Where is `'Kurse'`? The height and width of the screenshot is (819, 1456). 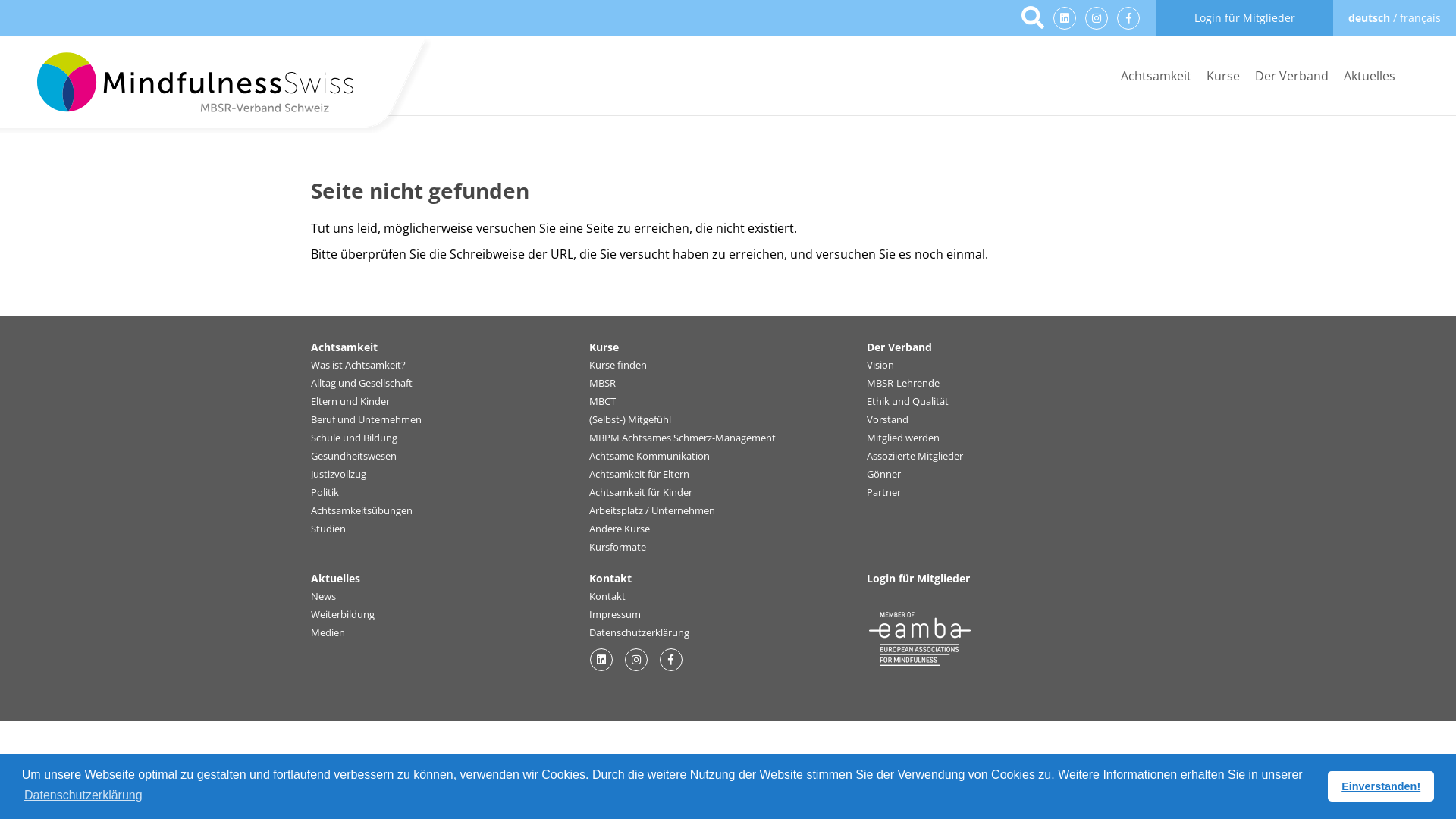 'Kurse' is located at coordinates (1222, 76).